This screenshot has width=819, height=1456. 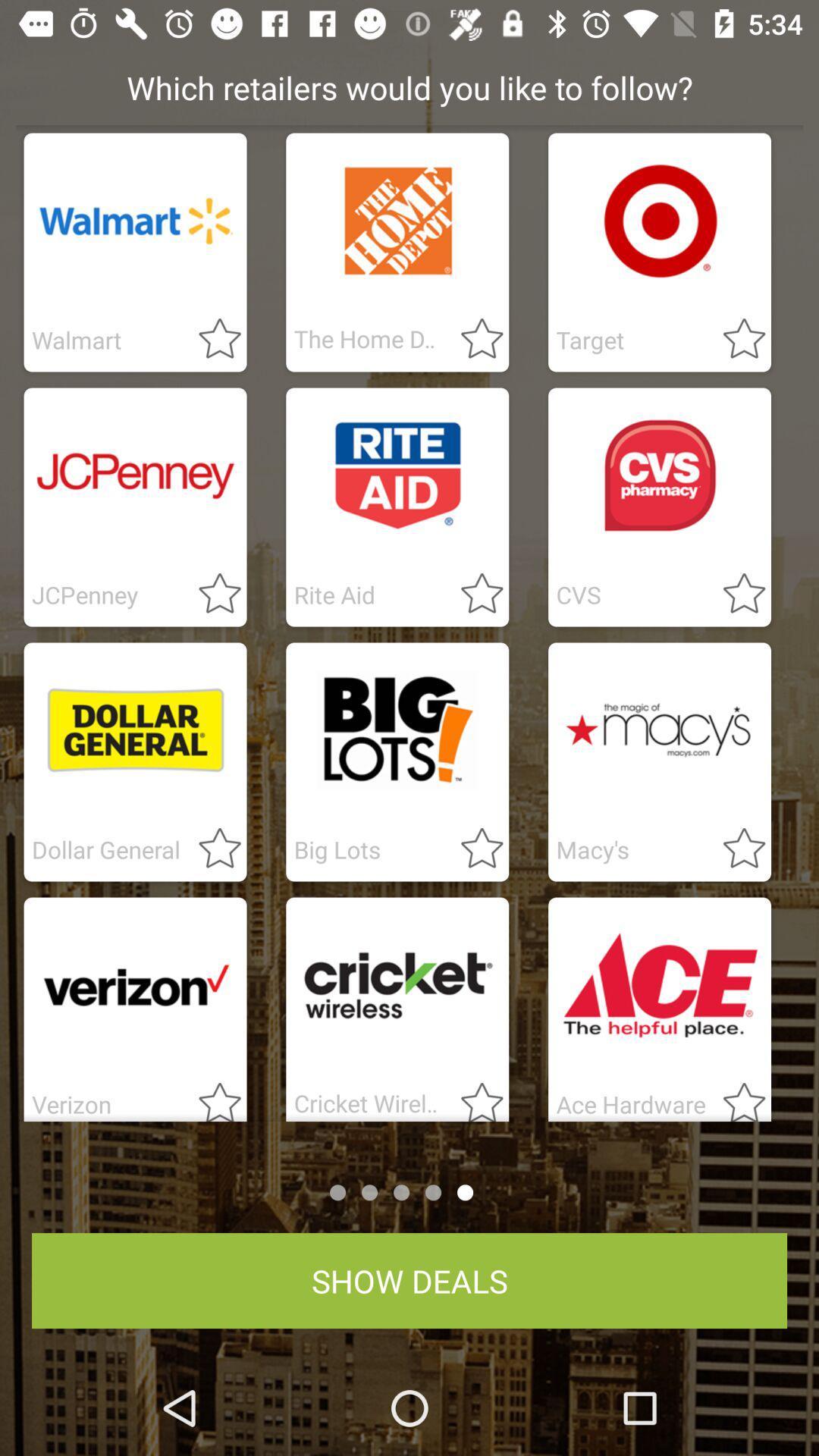 What do you see at coordinates (734, 594) in the screenshot?
I see `saves element to favorites` at bounding box center [734, 594].